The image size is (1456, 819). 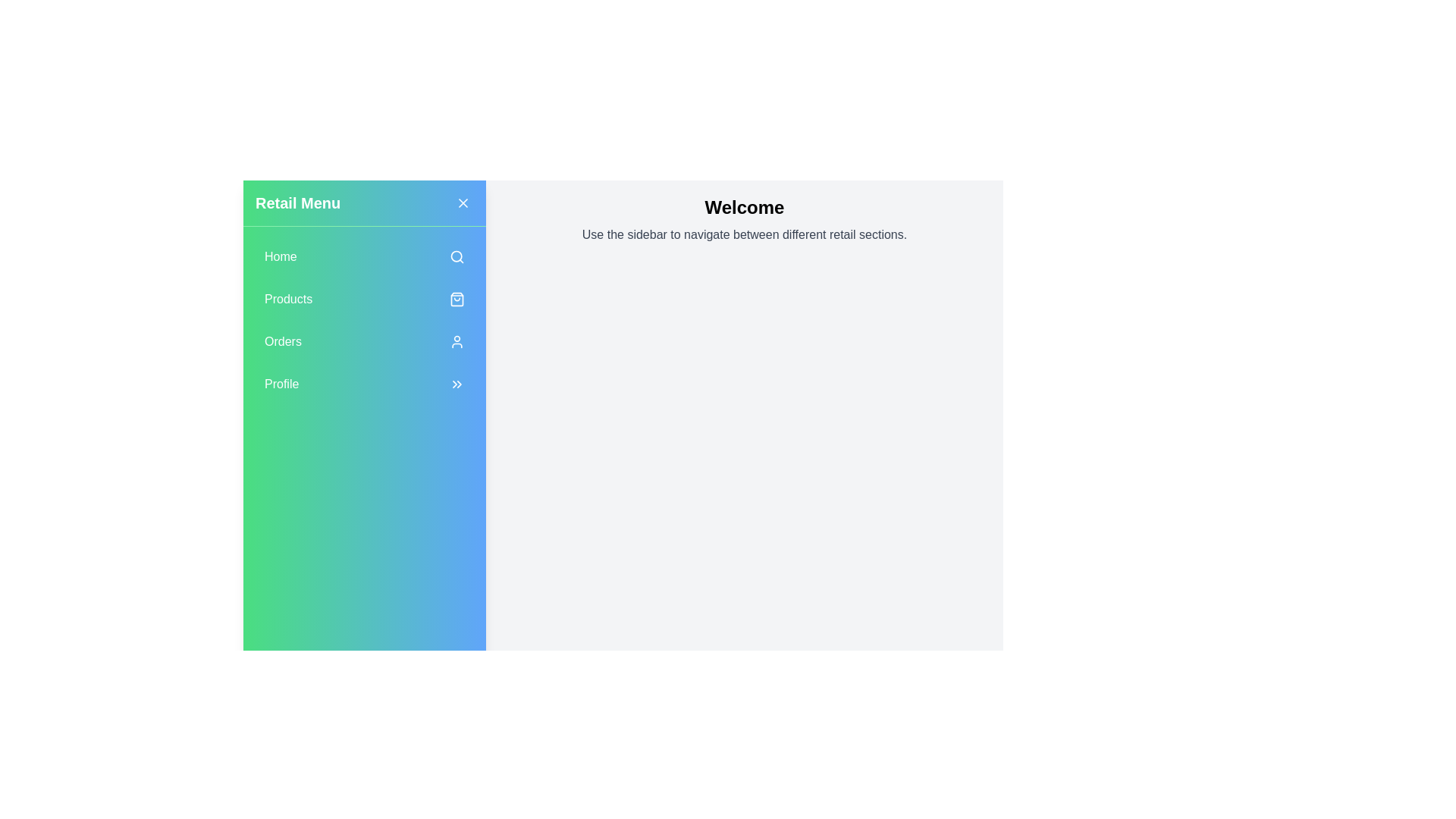 What do you see at coordinates (364, 342) in the screenshot?
I see `the third button in the vertical list located in the left sidebar` at bounding box center [364, 342].